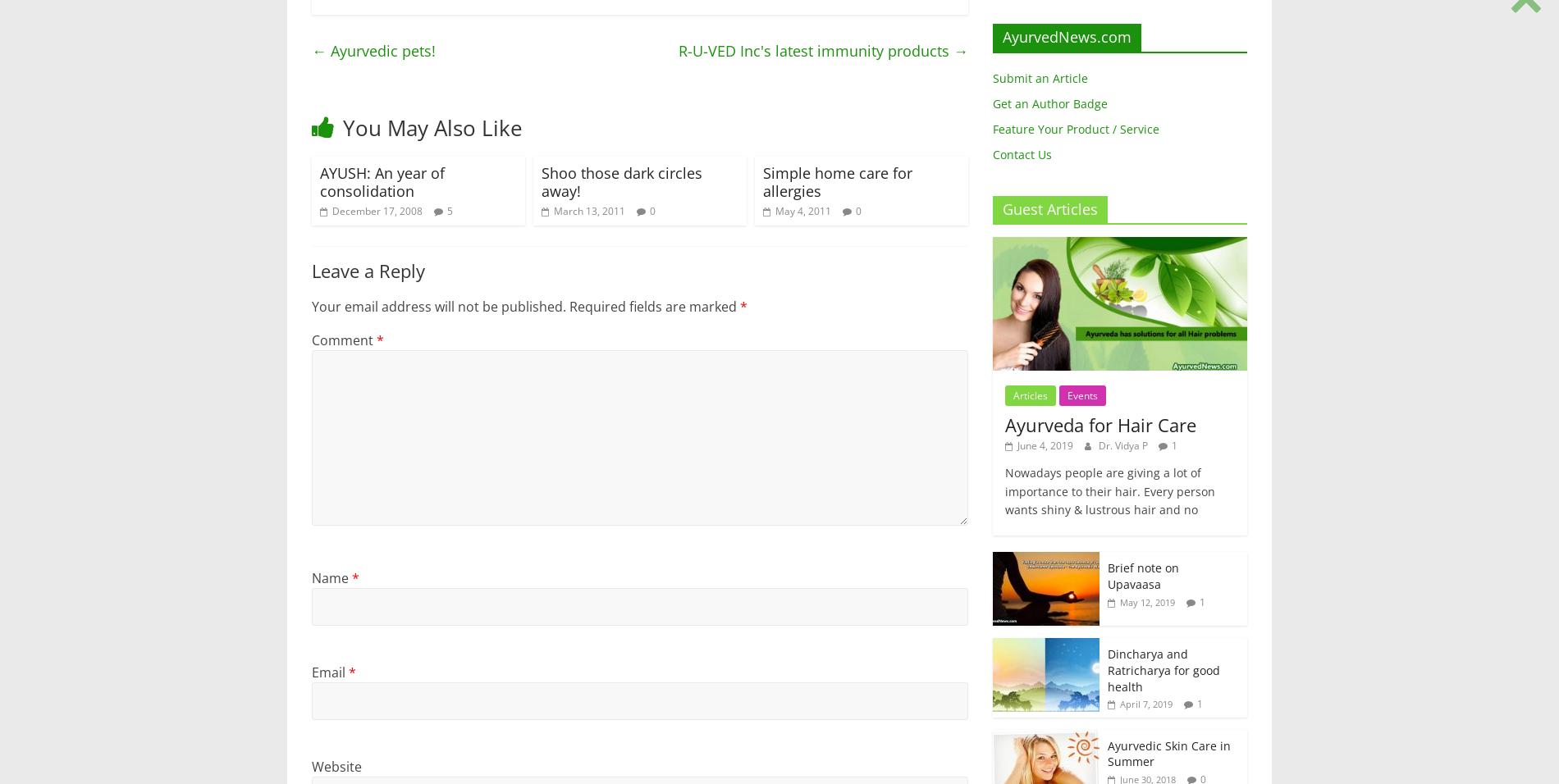 This screenshot has height=784, width=1559. I want to click on 'Name', so click(331, 577).